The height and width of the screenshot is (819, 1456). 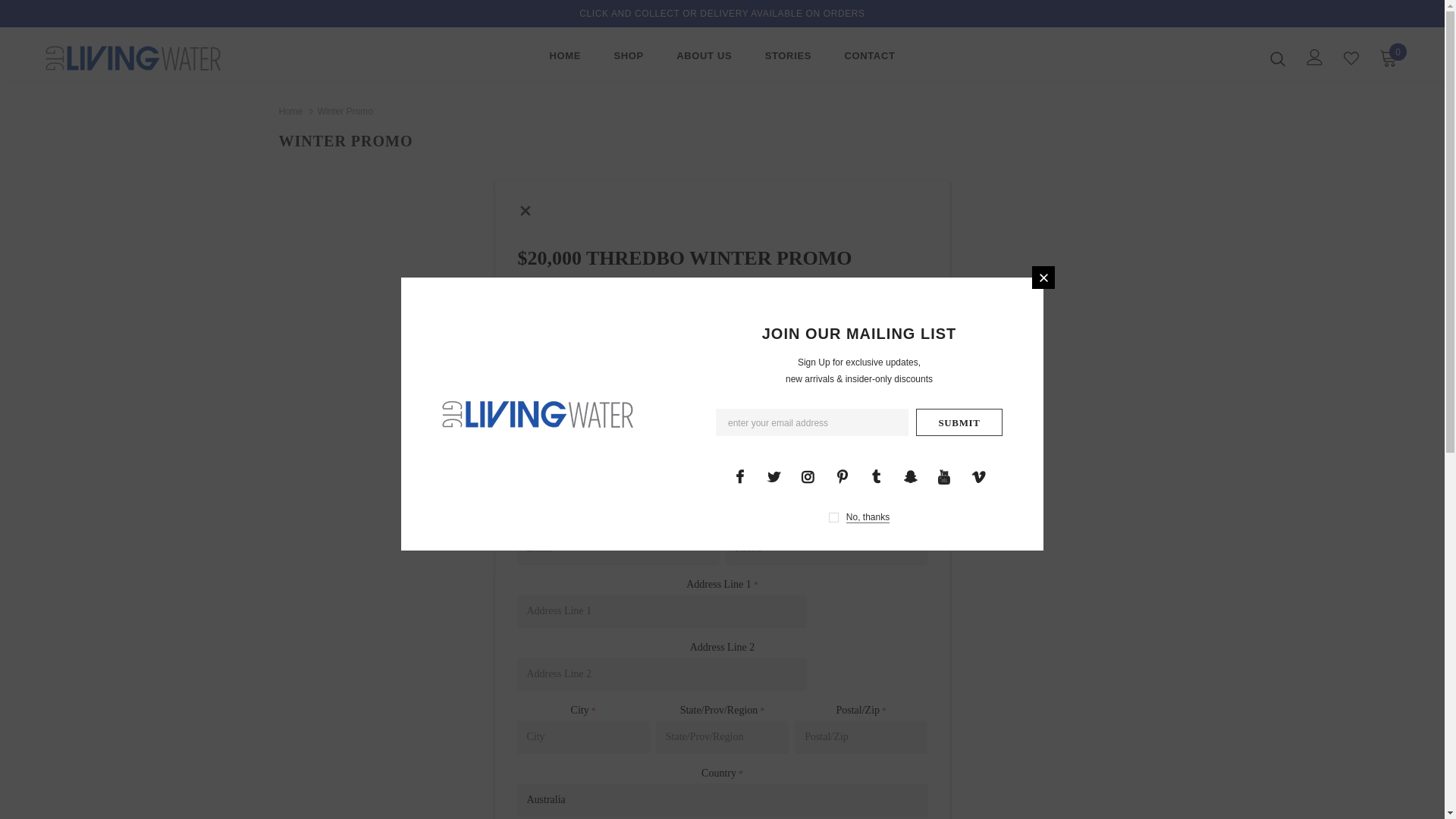 I want to click on 'CONTACT', so click(x=869, y=58).